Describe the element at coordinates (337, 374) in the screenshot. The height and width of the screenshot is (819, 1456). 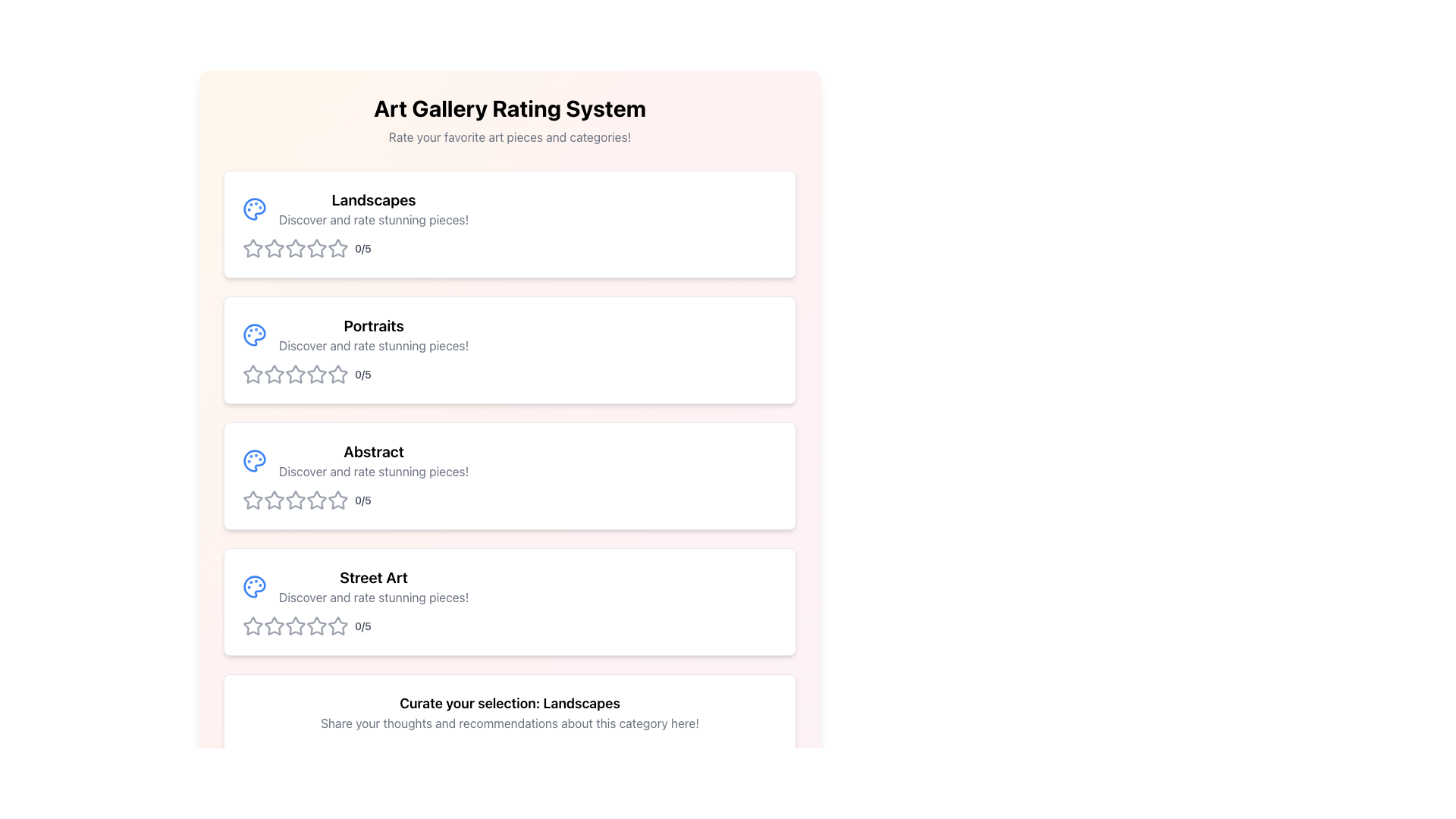
I see `the third star icon in the second rating row for the category 'Portraits' to rate it` at that location.